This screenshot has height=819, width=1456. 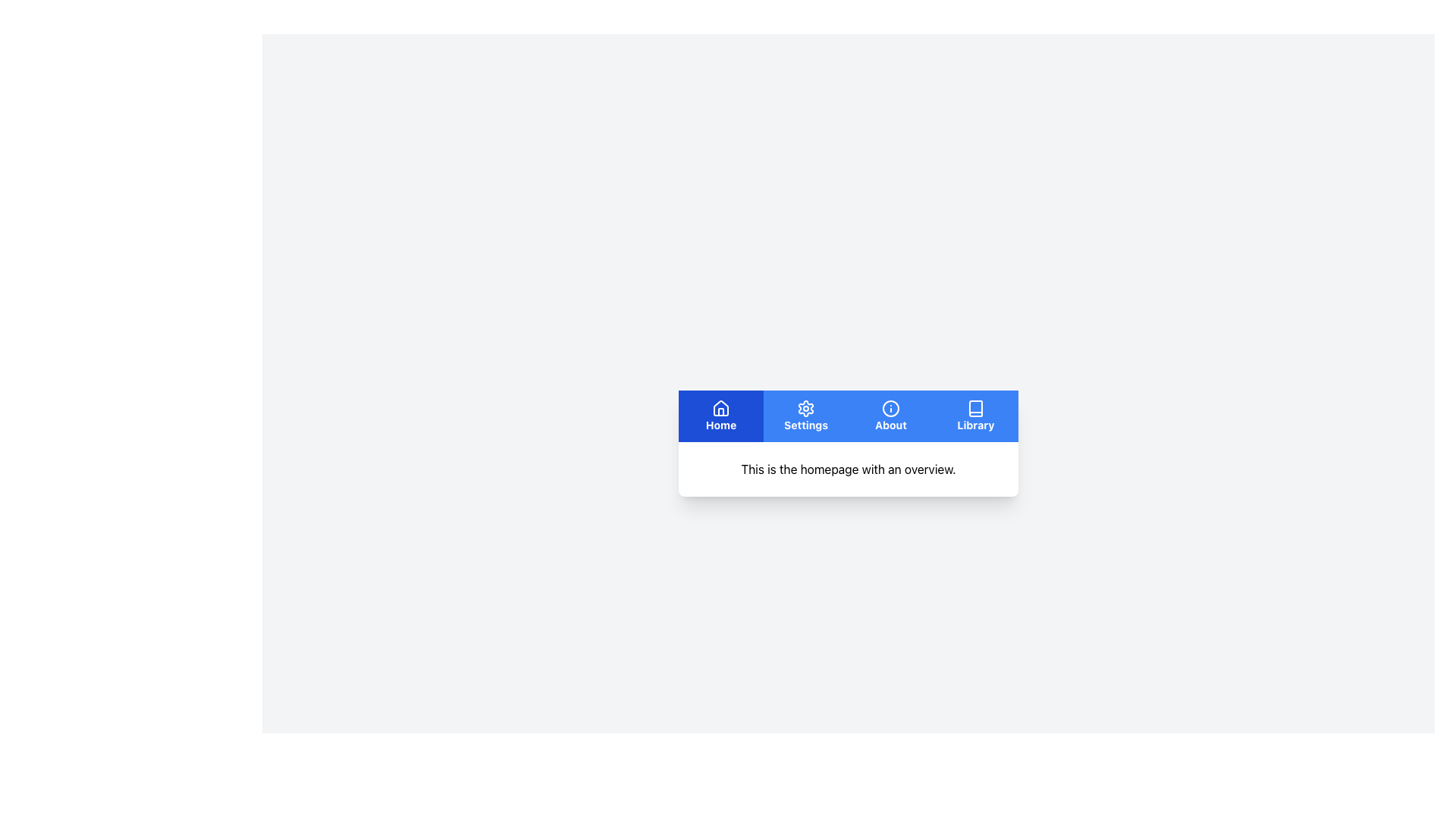 What do you see at coordinates (720, 425) in the screenshot?
I see `text of the 'Home' label, which serves as a visual indicator for the primary landing page or dashboard in the top horizontal menu bar` at bounding box center [720, 425].